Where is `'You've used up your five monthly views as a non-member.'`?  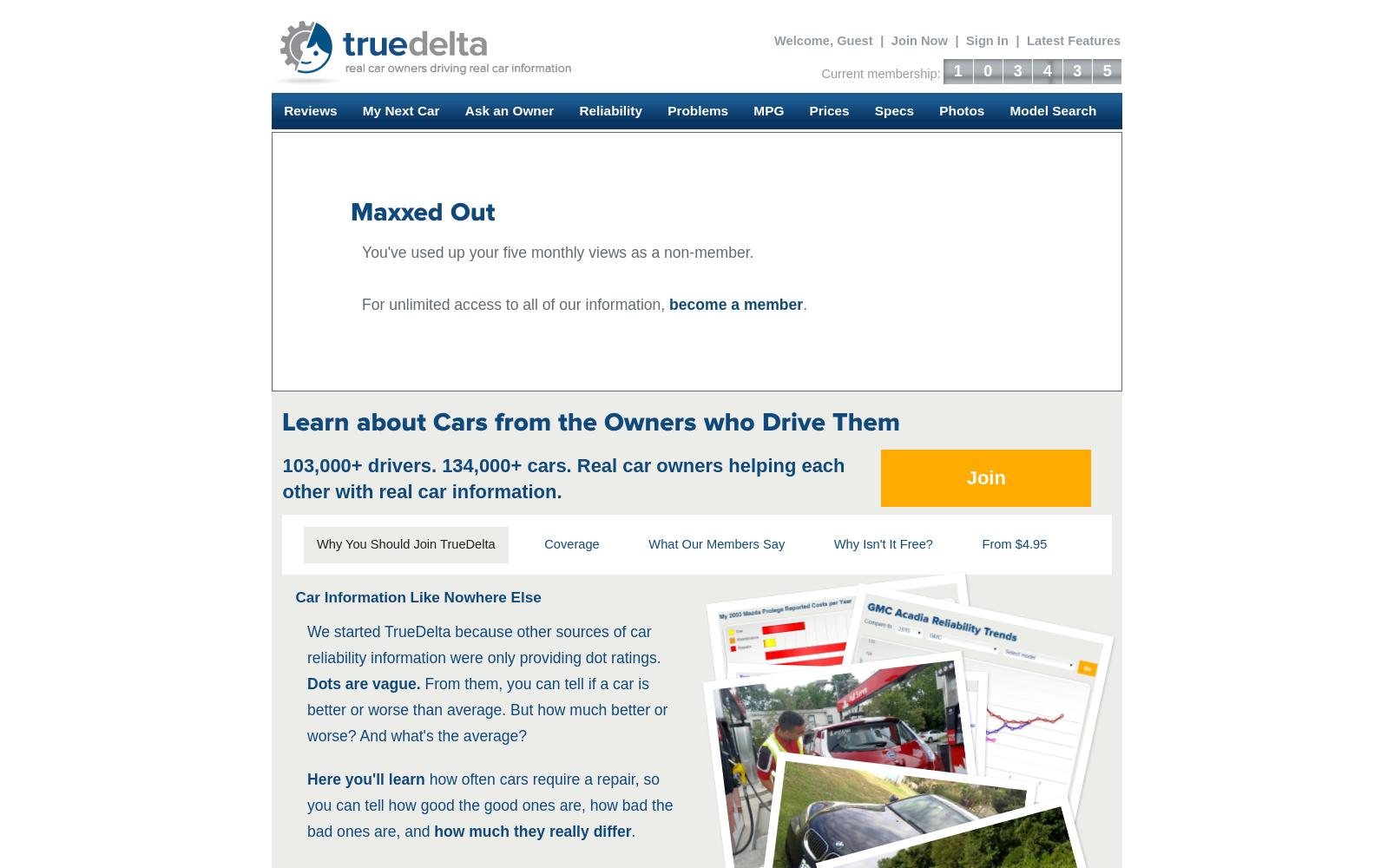 'You've used up your five monthly views as a non-member.' is located at coordinates (557, 253).